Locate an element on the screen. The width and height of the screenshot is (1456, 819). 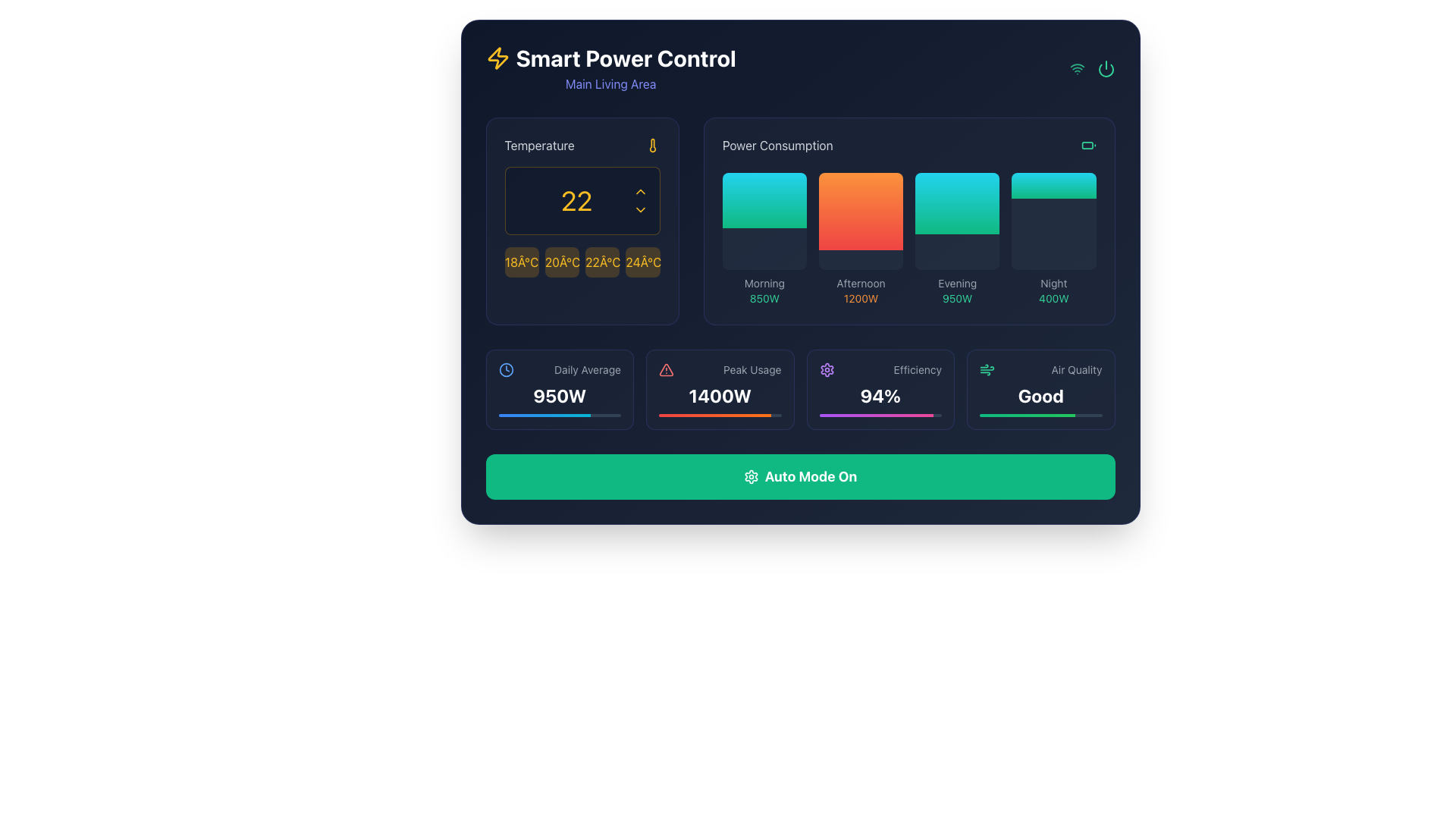
the Progress bar, which is a horizontal green-to-emerald gradient bar located at the bottom of the interface within a slim dark rounded rectangle is located at coordinates (1027, 415).